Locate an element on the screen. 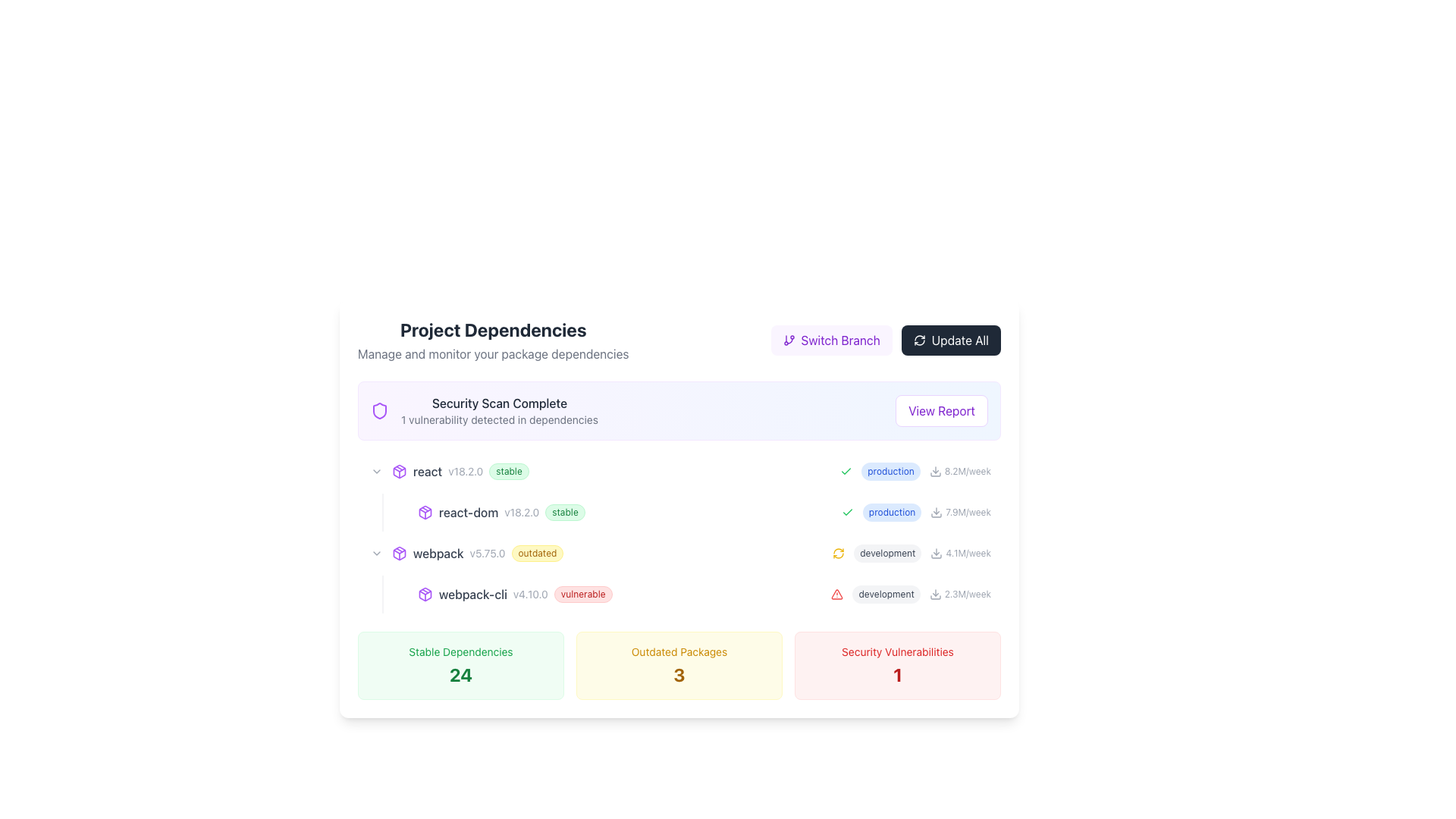 The height and width of the screenshot is (819, 1456). the Summary indicator or status box displaying 'Outdated Packages' is located at coordinates (679, 665).